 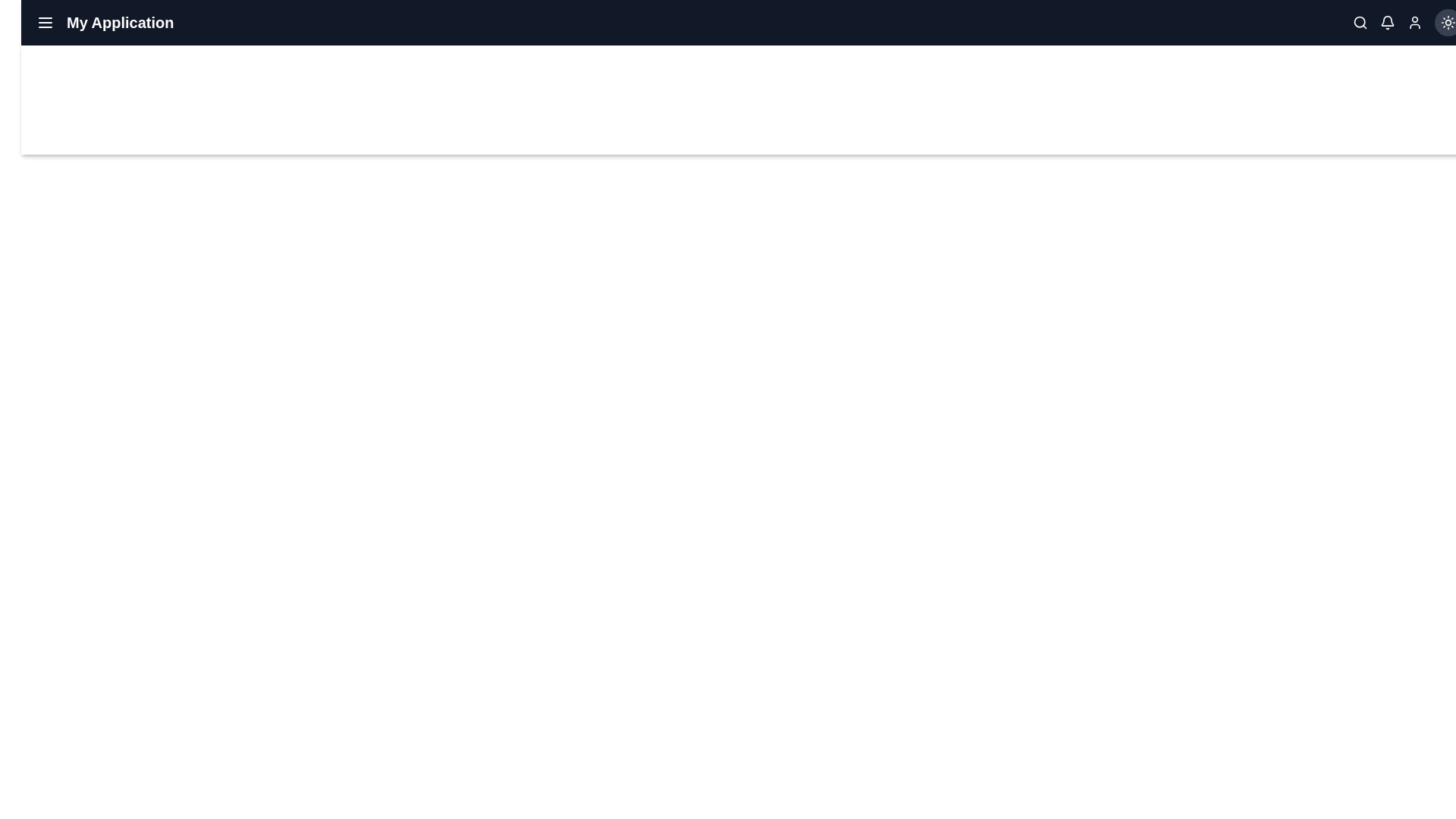 I want to click on the magnifying glass icon located at the top right corner of the interface, so click(x=1360, y=23).